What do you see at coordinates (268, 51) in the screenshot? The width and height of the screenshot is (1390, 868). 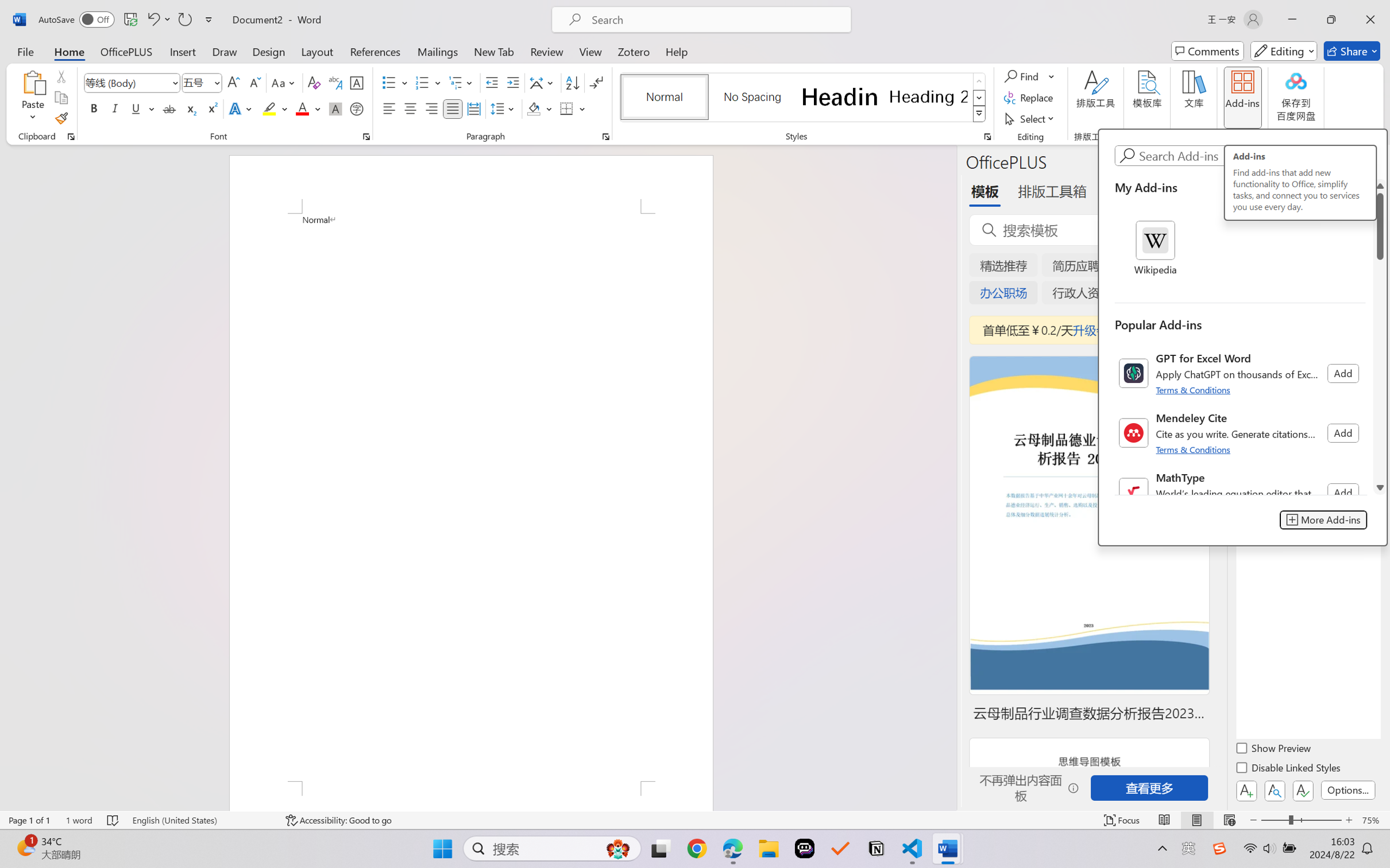 I see `'Design'` at bounding box center [268, 51].